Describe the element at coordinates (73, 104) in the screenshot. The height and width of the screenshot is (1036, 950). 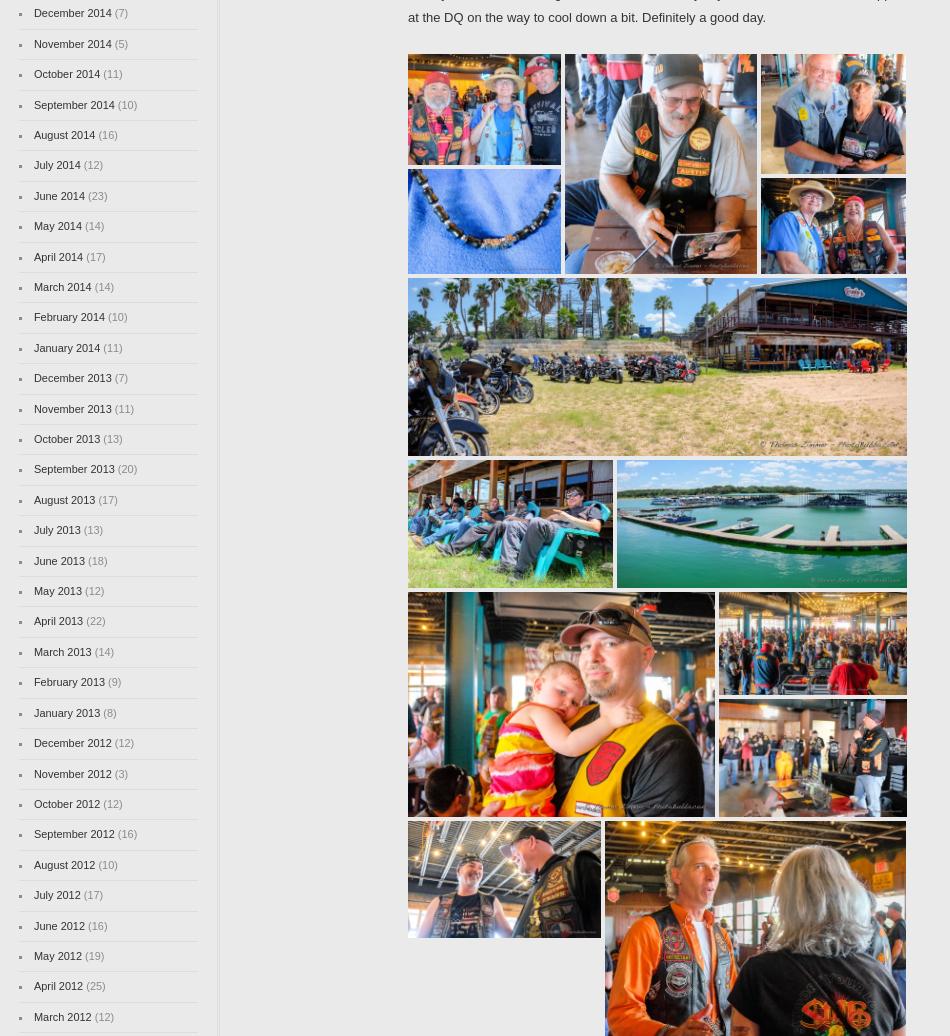
I see `'September 2014'` at that location.